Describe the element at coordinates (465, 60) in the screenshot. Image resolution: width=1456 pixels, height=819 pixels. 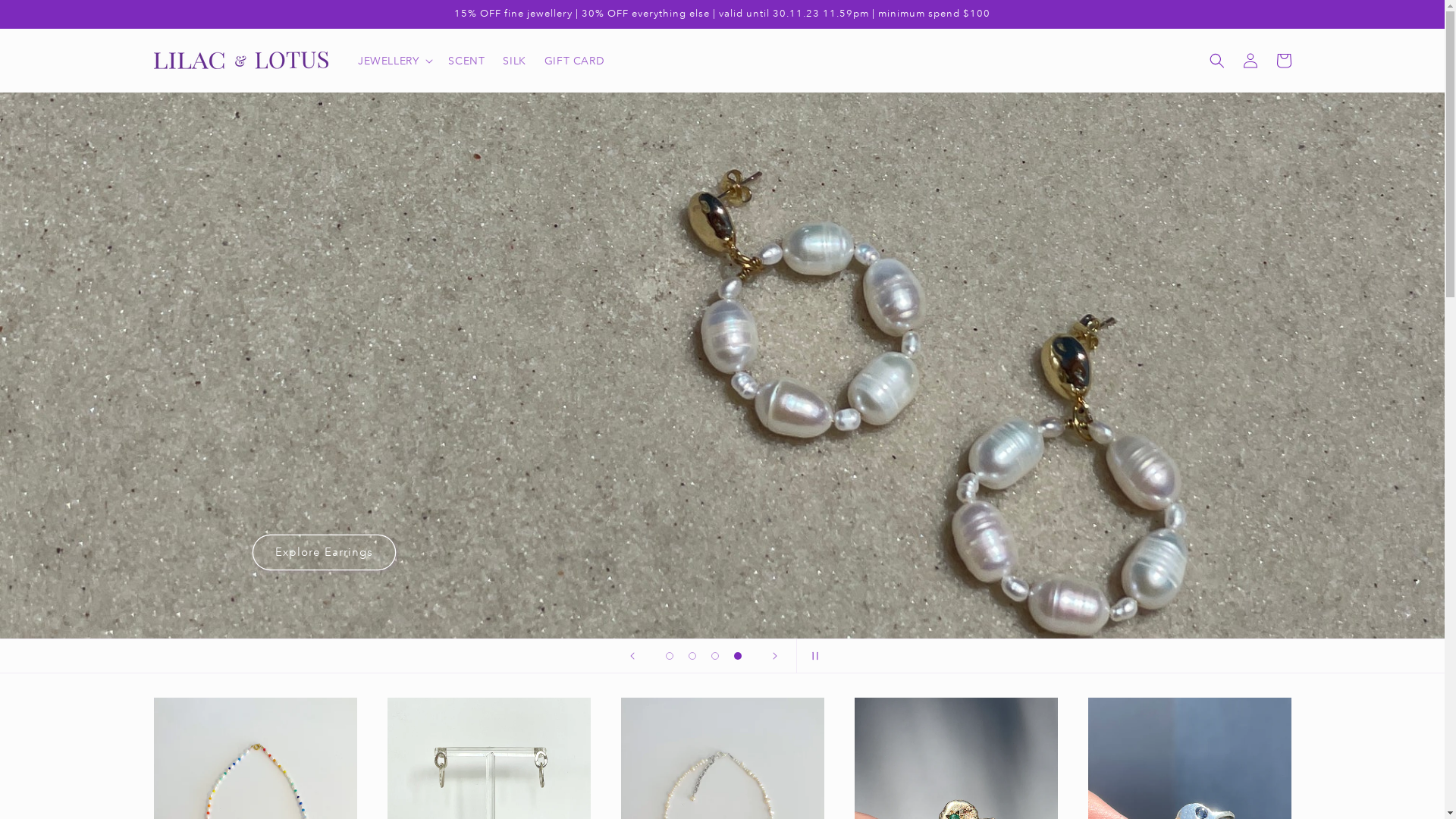
I see `'SCENT'` at that location.